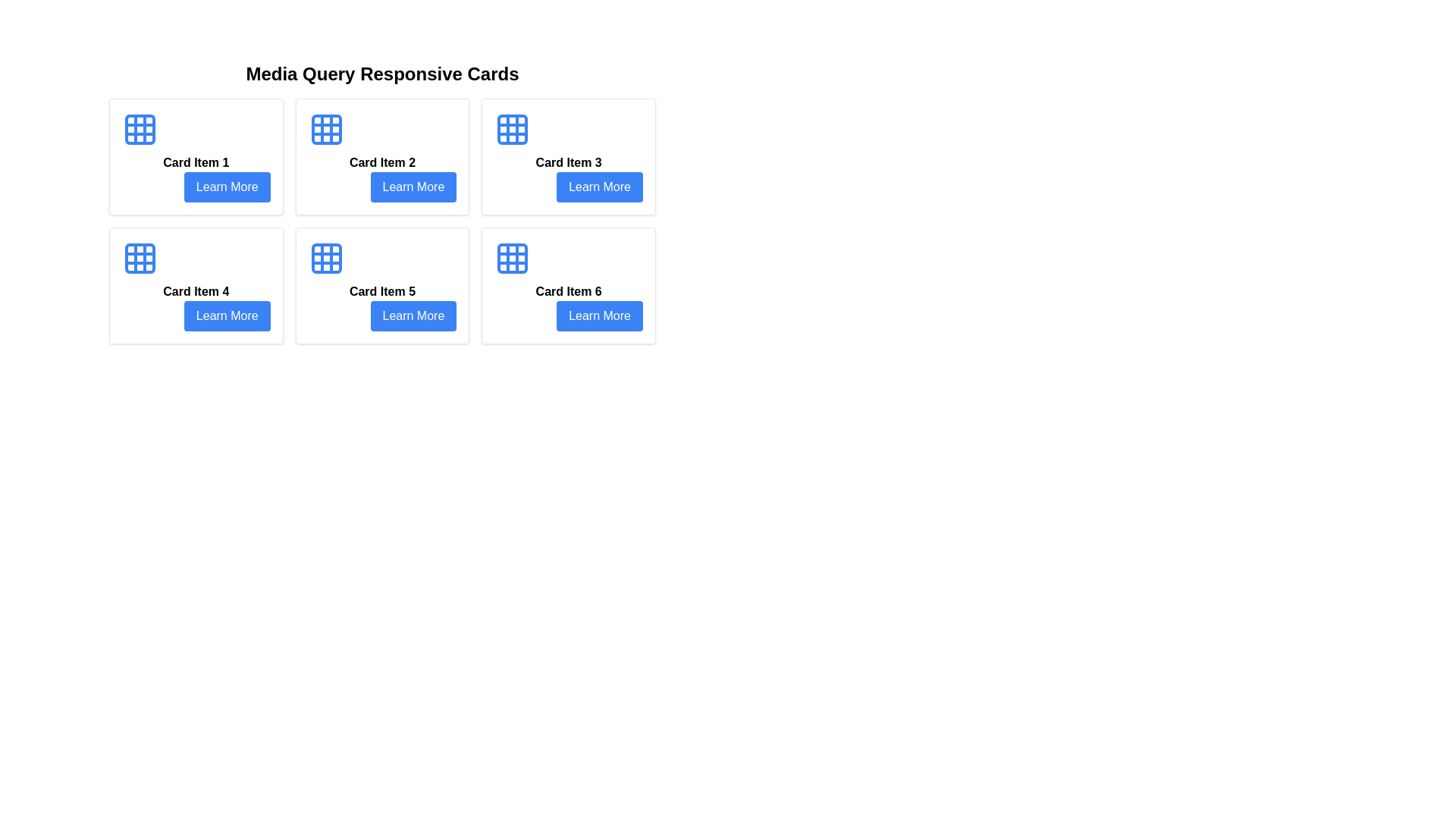 The height and width of the screenshot is (819, 1456). I want to click on text label that serves as a descriptive title for the second card in the six-card grid layout, positioned below the icon and above the button, horizontally centered within the card, so click(382, 163).